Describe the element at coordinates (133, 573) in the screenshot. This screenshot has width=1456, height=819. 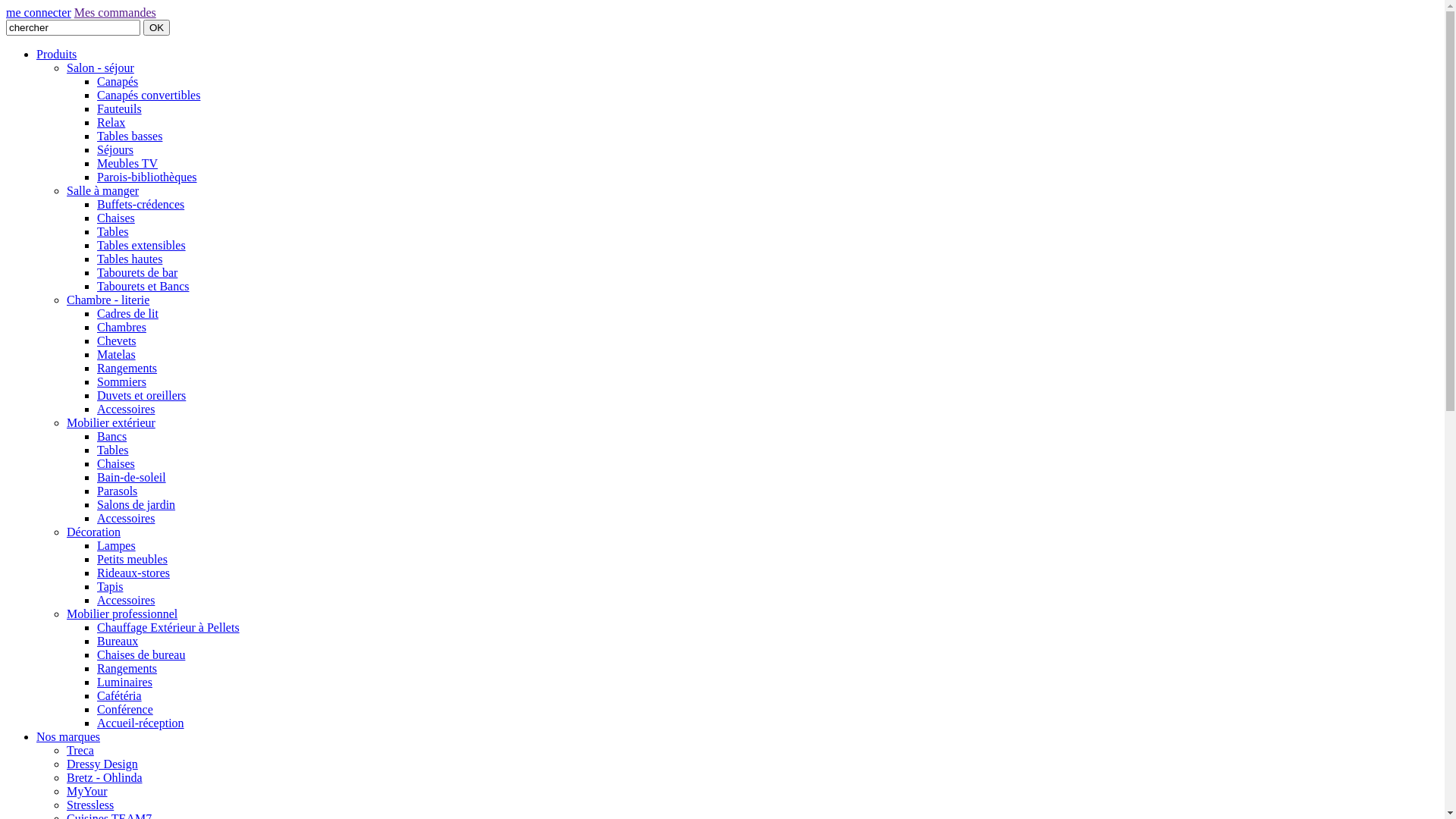
I see `'Rideaux-stores'` at that location.